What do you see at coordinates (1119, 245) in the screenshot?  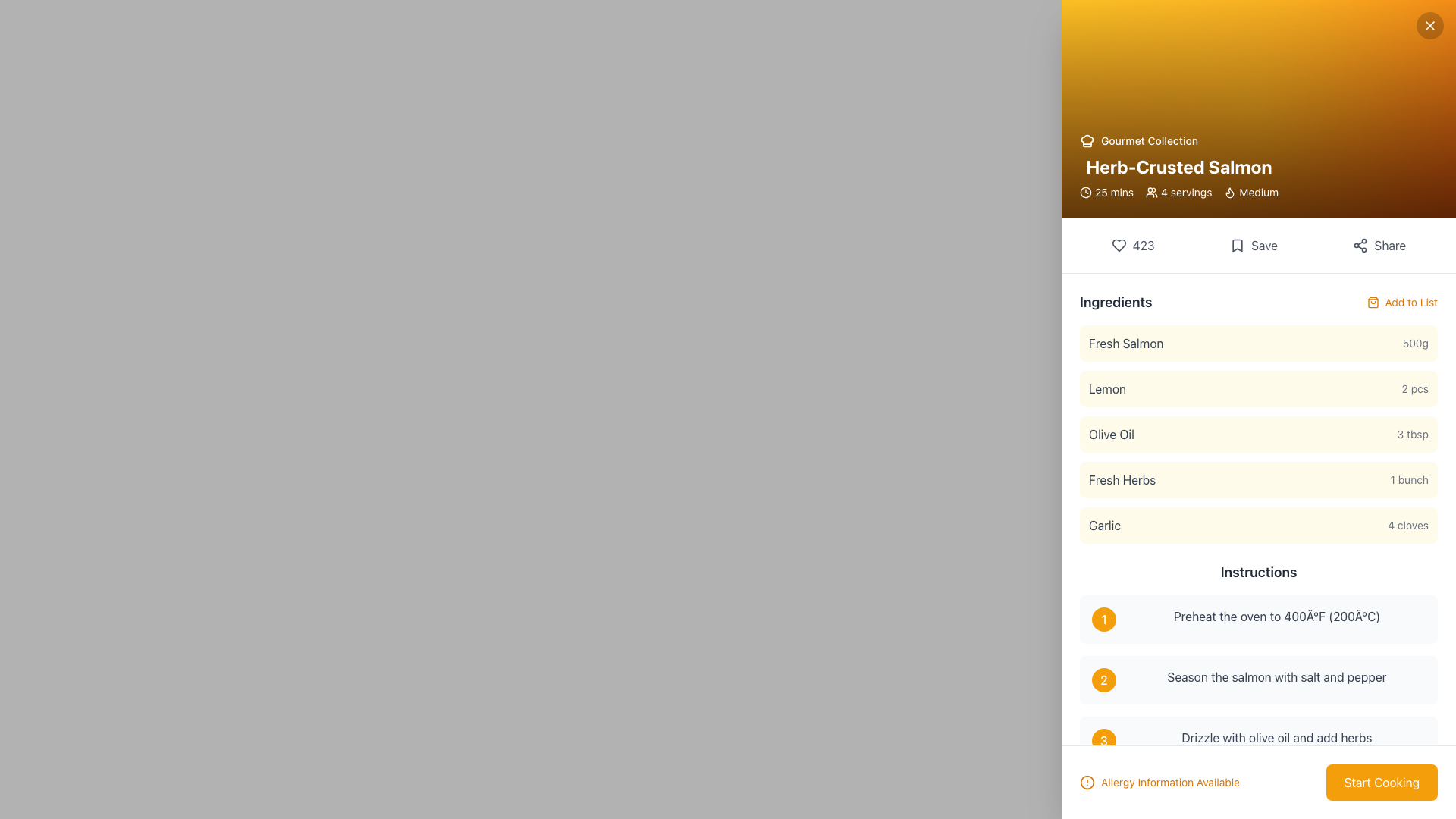 I see `the heart-shaped icon in the header section` at bounding box center [1119, 245].